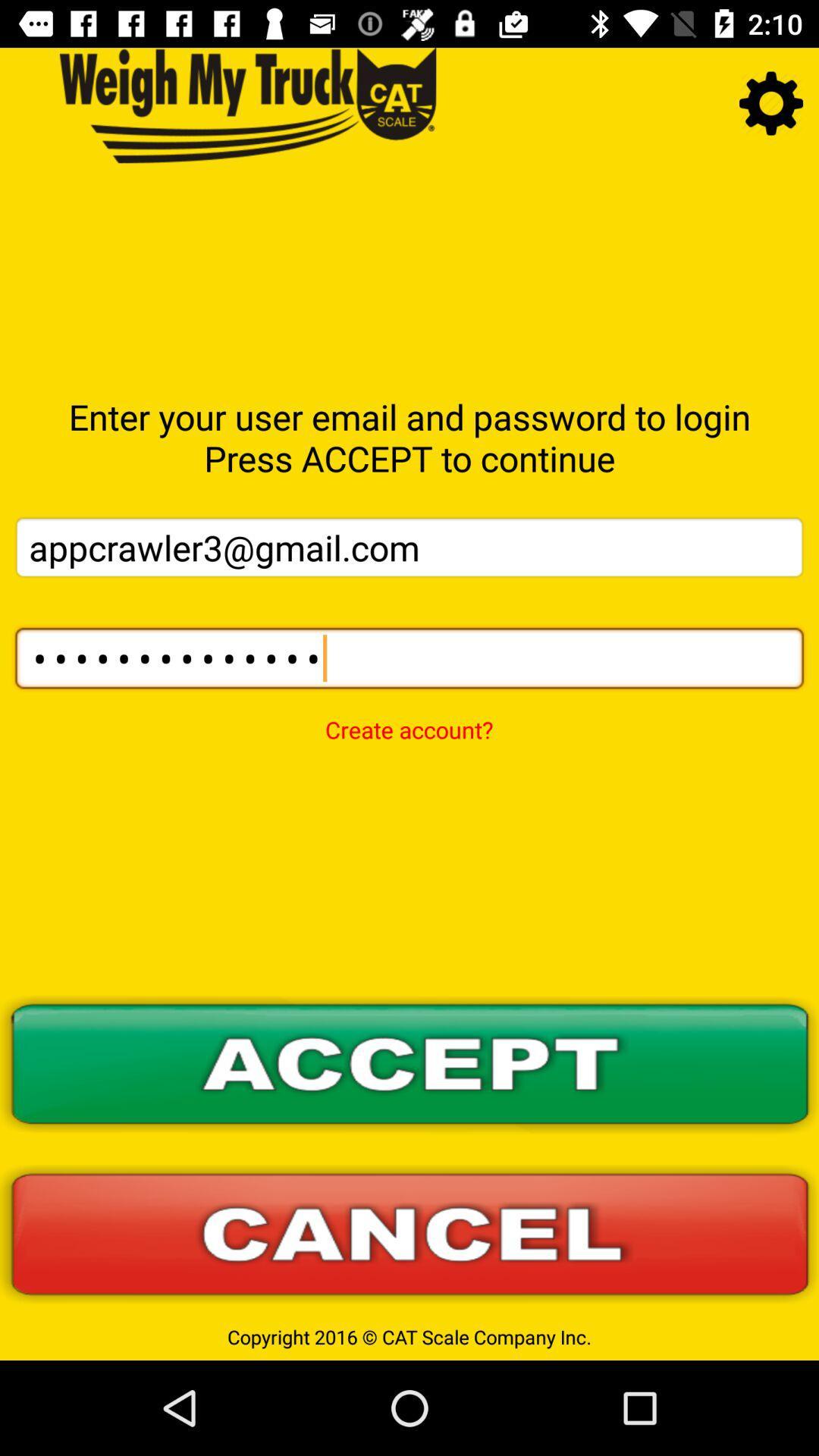 The width and height of the screenshot is (819, 1456). I want to click on the appcrawler3116, so click(409, 658).